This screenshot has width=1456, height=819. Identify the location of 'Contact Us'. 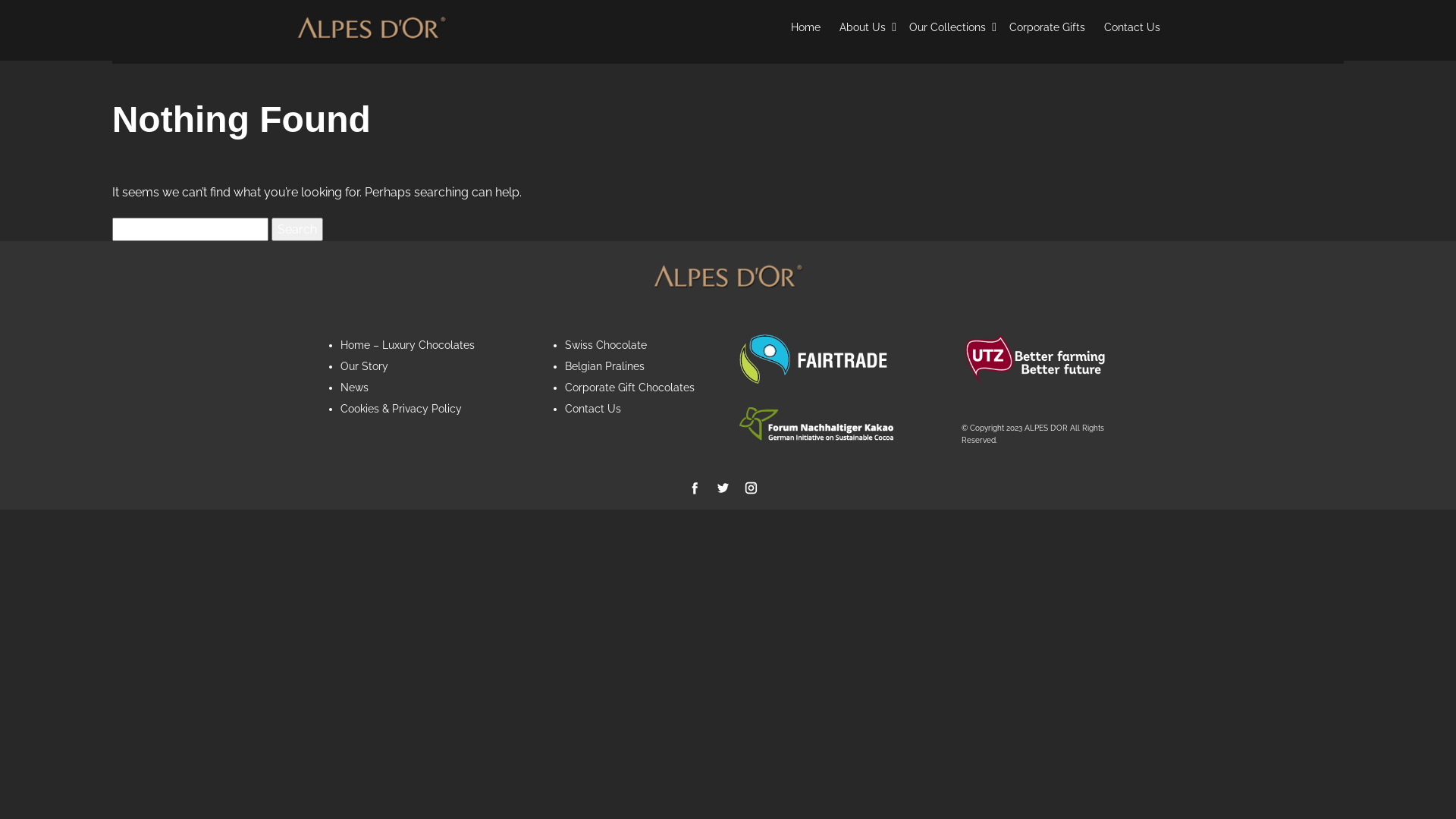
(1131, 27).